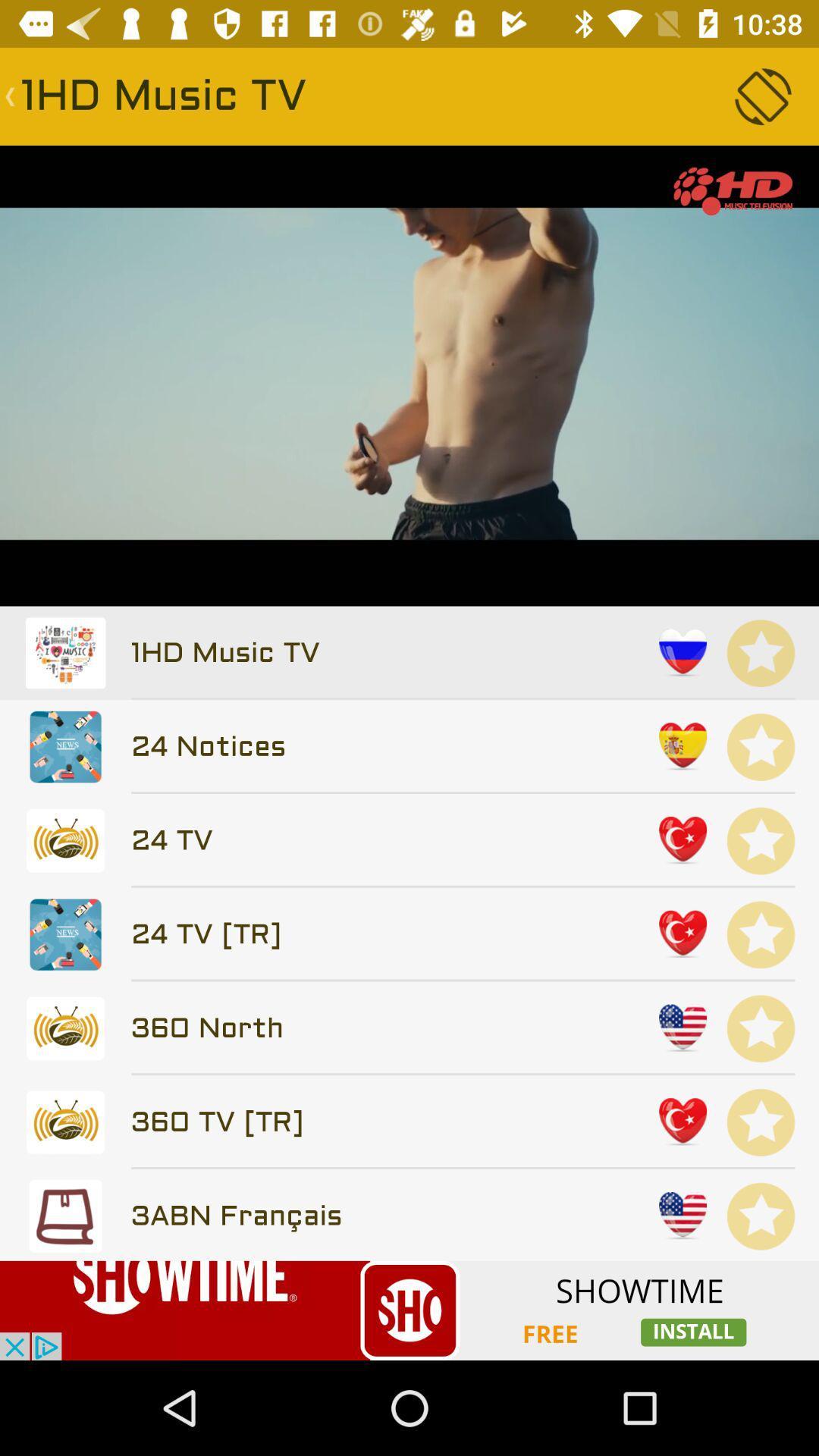  I want to click on details about advertisement, so click(409, 1310).